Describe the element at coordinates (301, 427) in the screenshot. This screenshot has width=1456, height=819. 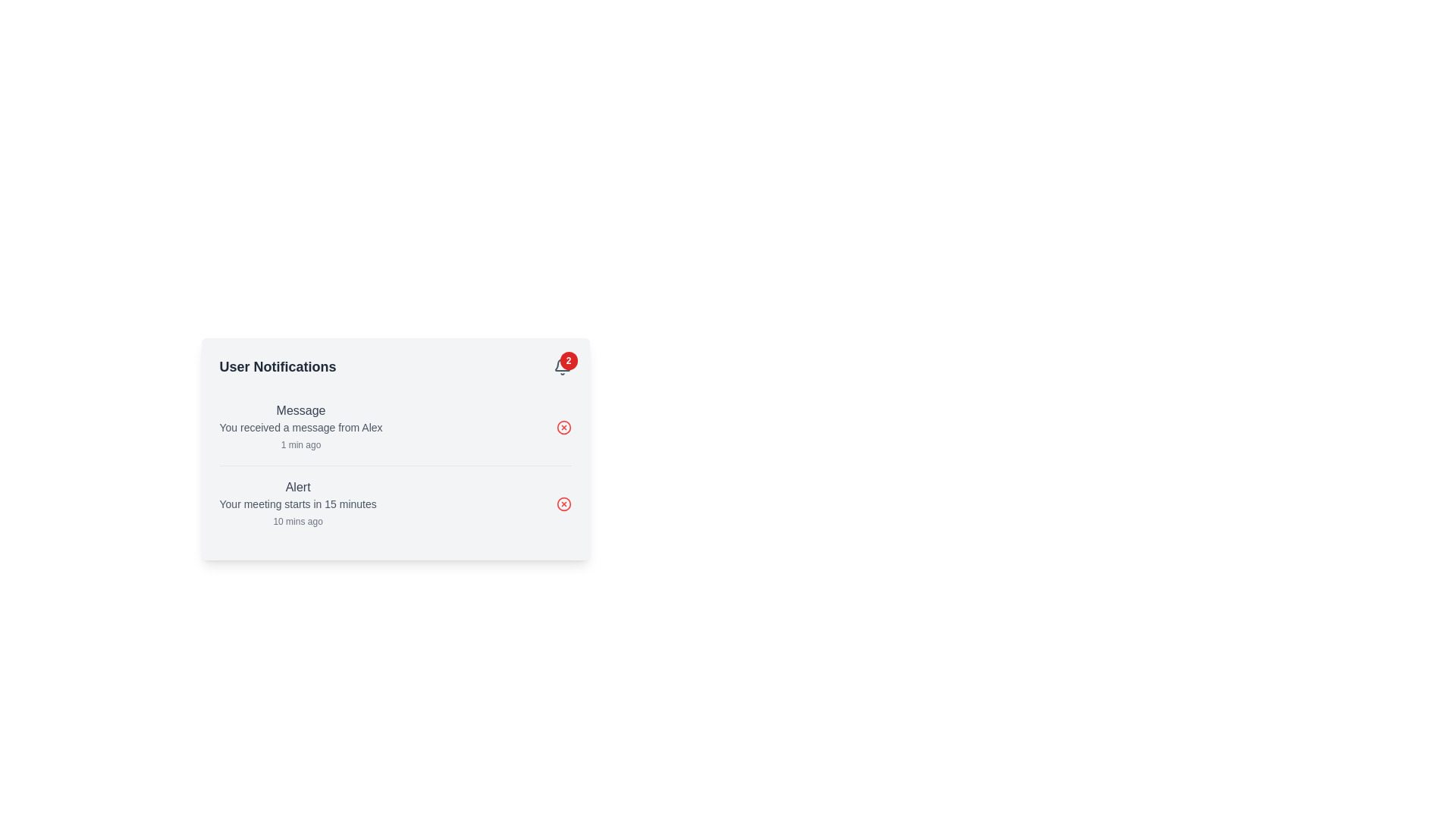
I see `the text notification that reads 'You received a message from Alex', which is styled in a smaller gray font and located below the 'Message' header in the User Notifications section` at that location.